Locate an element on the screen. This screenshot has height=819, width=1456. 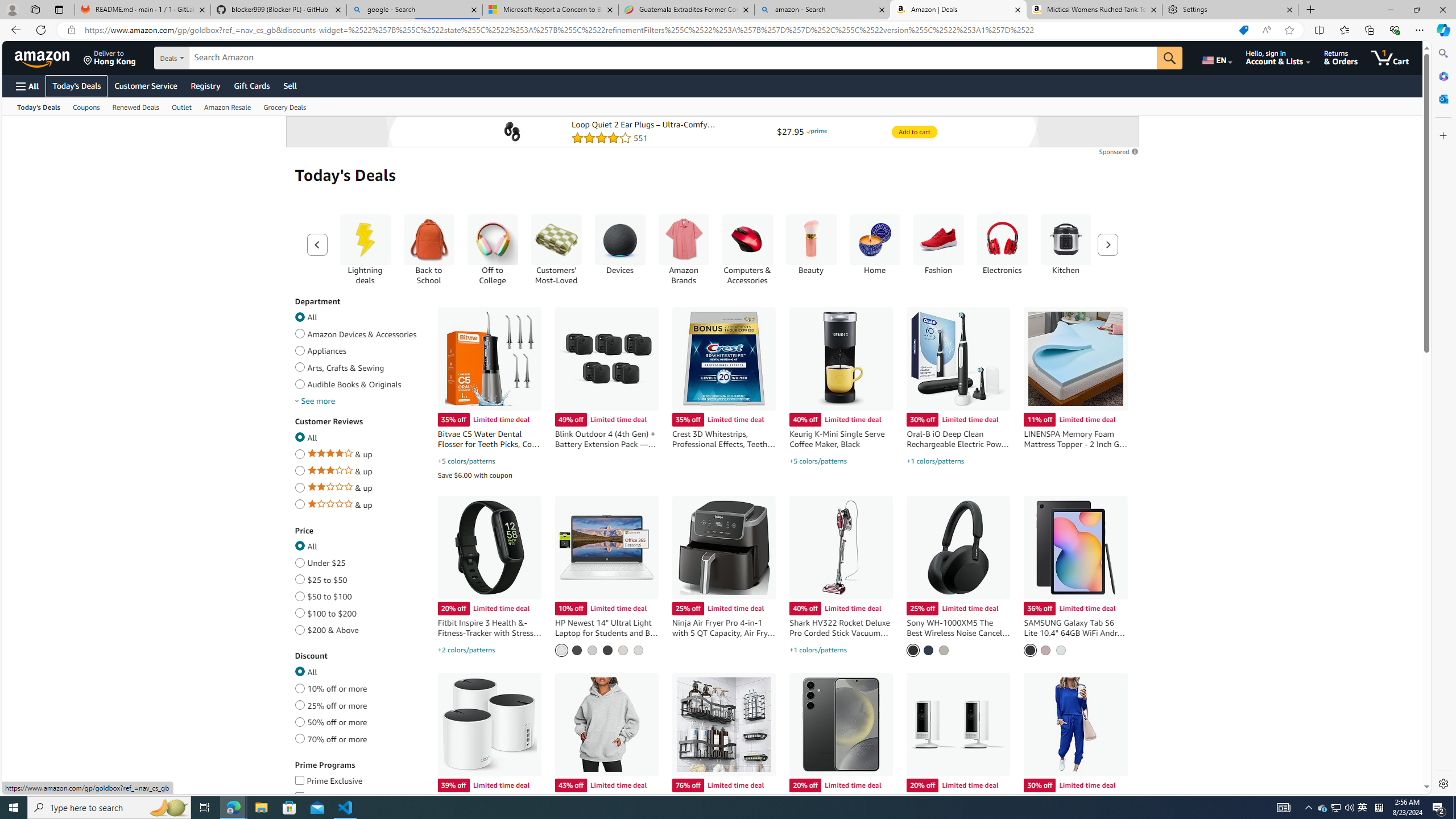
'Microsoft-Report a Concern to Bing' is located at coordinates (549, 9).